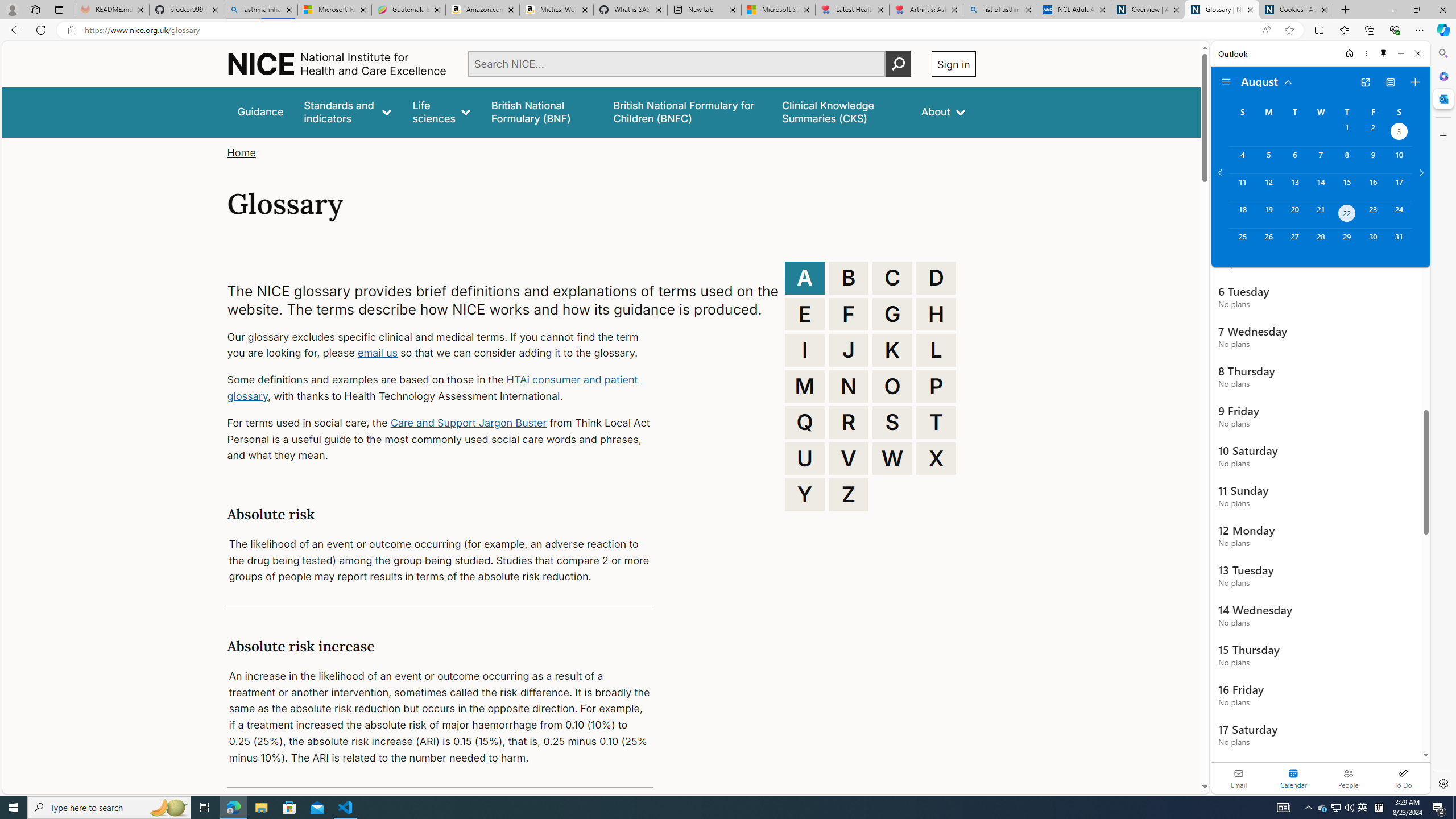  Describe the element at coordinates (1372, 187) in the screenshot. I see `'Friday, August 16, 2024. '` at that location.